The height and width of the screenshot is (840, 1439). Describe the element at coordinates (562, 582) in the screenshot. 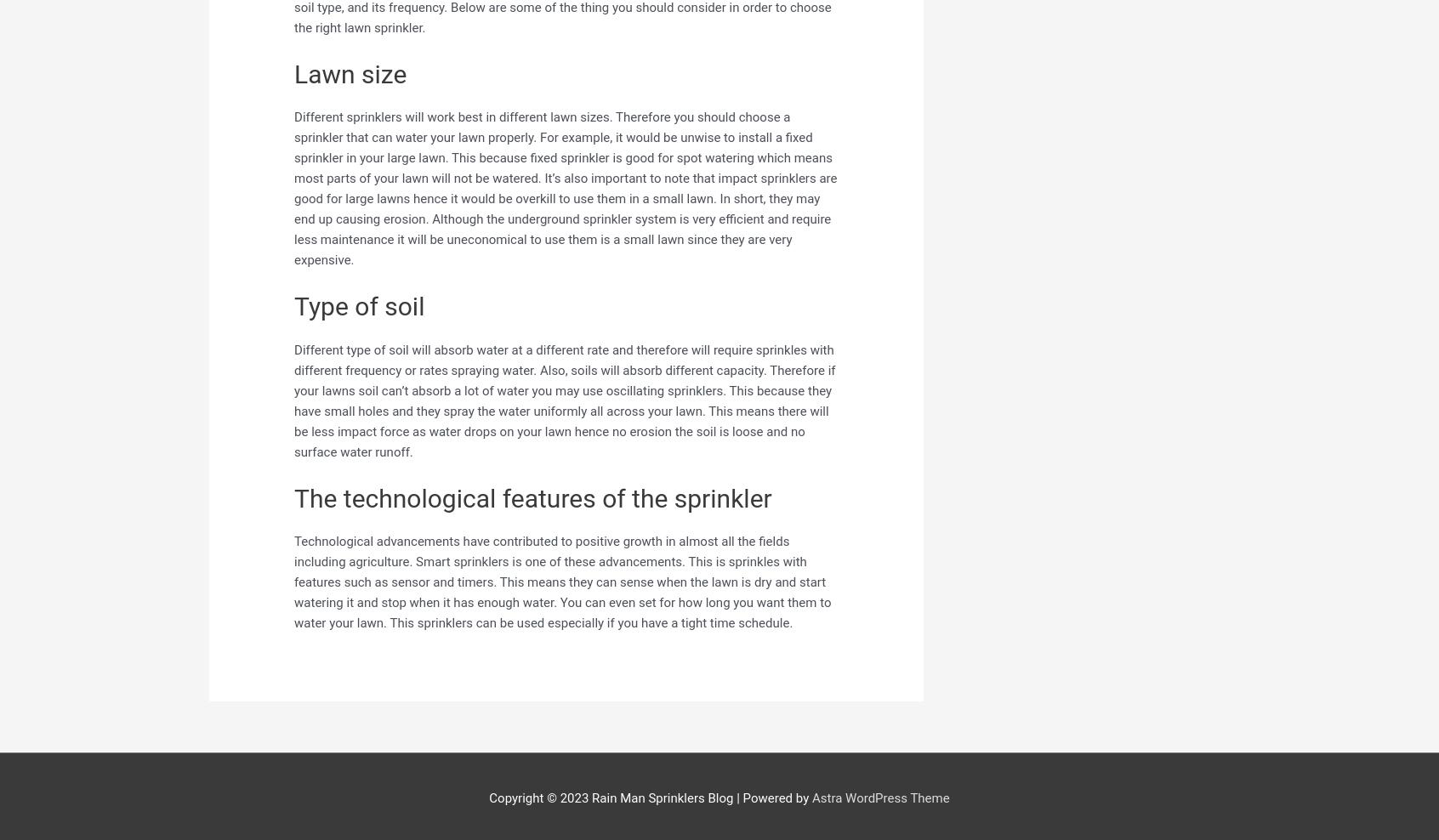

I see `'Technological advancements have contributed to positive growth in almost all the fields including agriculture. Smart sprinklers is one of these advancements. This is sprinkles with features such as sensor and timers. This means they can sense when the lawn is dry and start watering it and stop when it has enough water. You can even set for how long you want them to water your lawn. This sprinklers can be used especially if you have a tight time schedule.'` at that location.